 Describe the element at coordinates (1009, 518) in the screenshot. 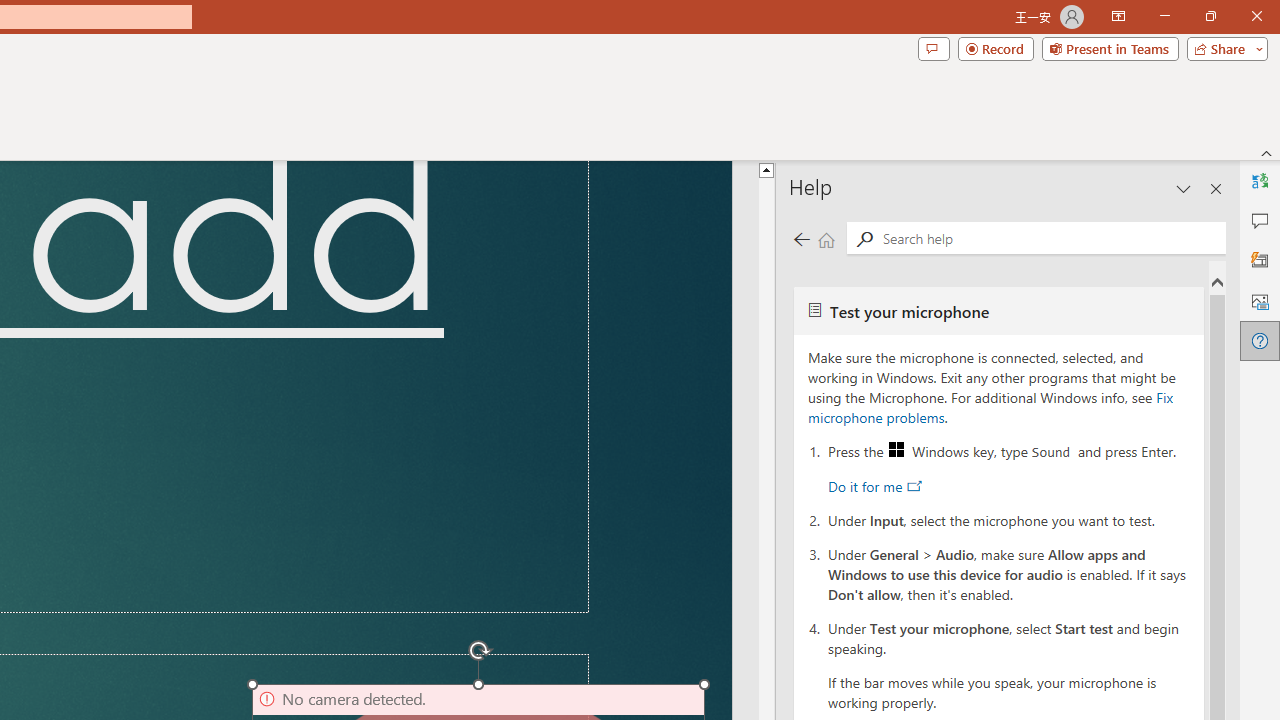

I see `'Under Input, select the microphone you want to test.'` at that location.